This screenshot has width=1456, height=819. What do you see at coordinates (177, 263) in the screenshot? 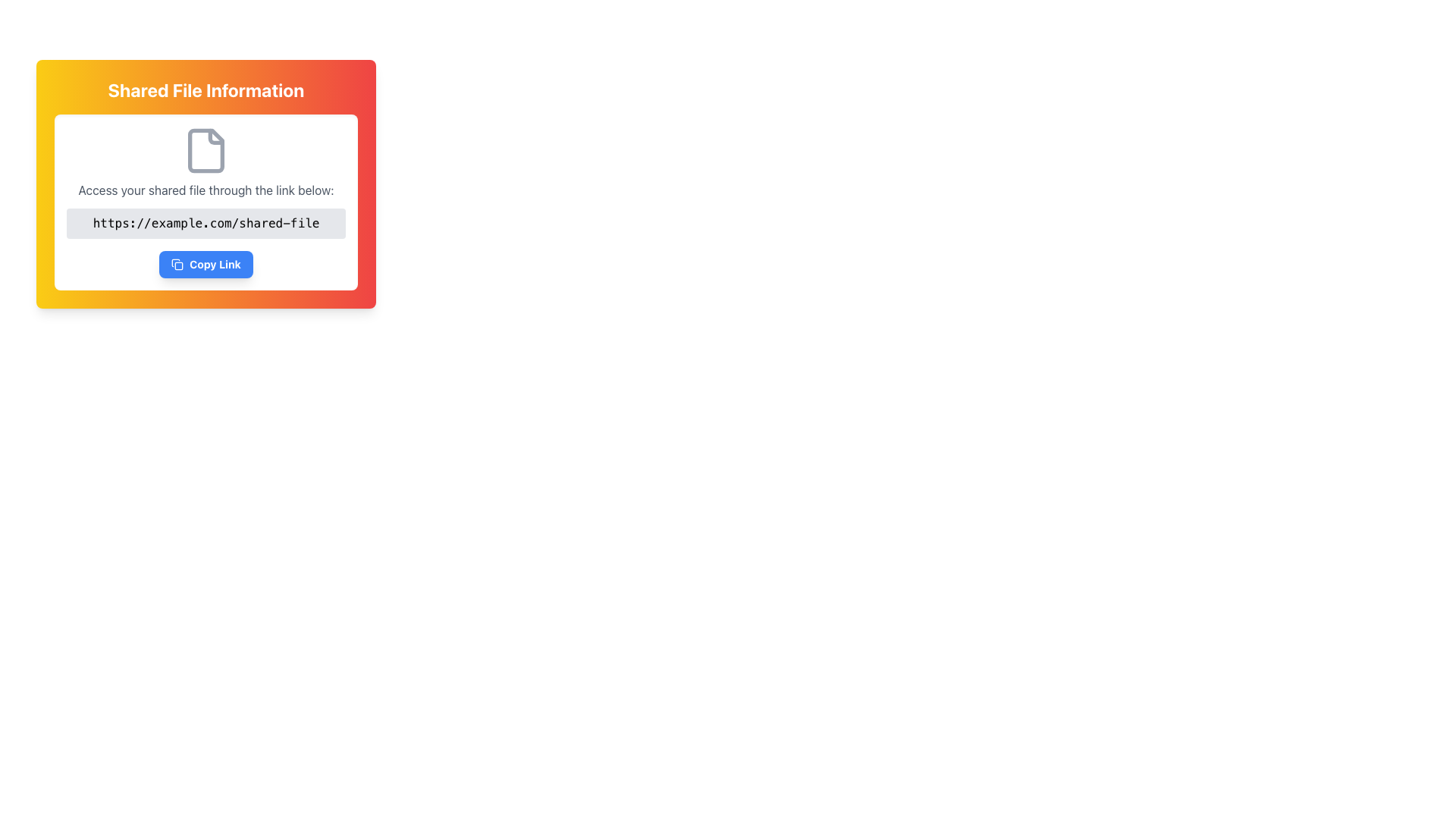
I see `the small blue outlined copy icon located on the leftmost section of the 'Copy Link' button` at bounding box center [177, 263].